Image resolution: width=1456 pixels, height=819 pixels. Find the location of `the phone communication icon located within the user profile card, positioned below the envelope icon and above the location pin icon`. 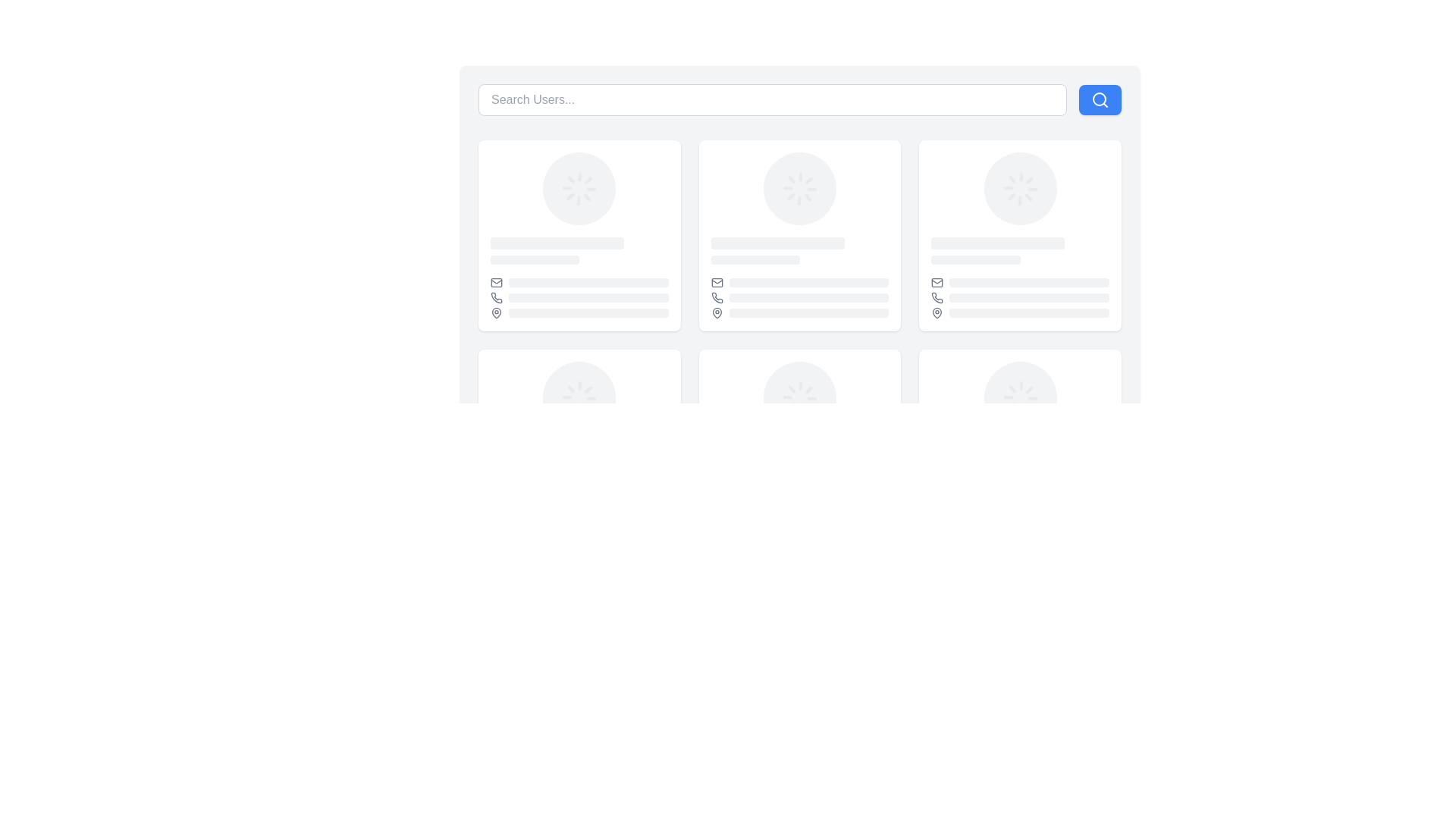

the phone communication icon located within the user profile card, positioned below the envelope icon and above the location pin icon is located at coordinates (497, 298).